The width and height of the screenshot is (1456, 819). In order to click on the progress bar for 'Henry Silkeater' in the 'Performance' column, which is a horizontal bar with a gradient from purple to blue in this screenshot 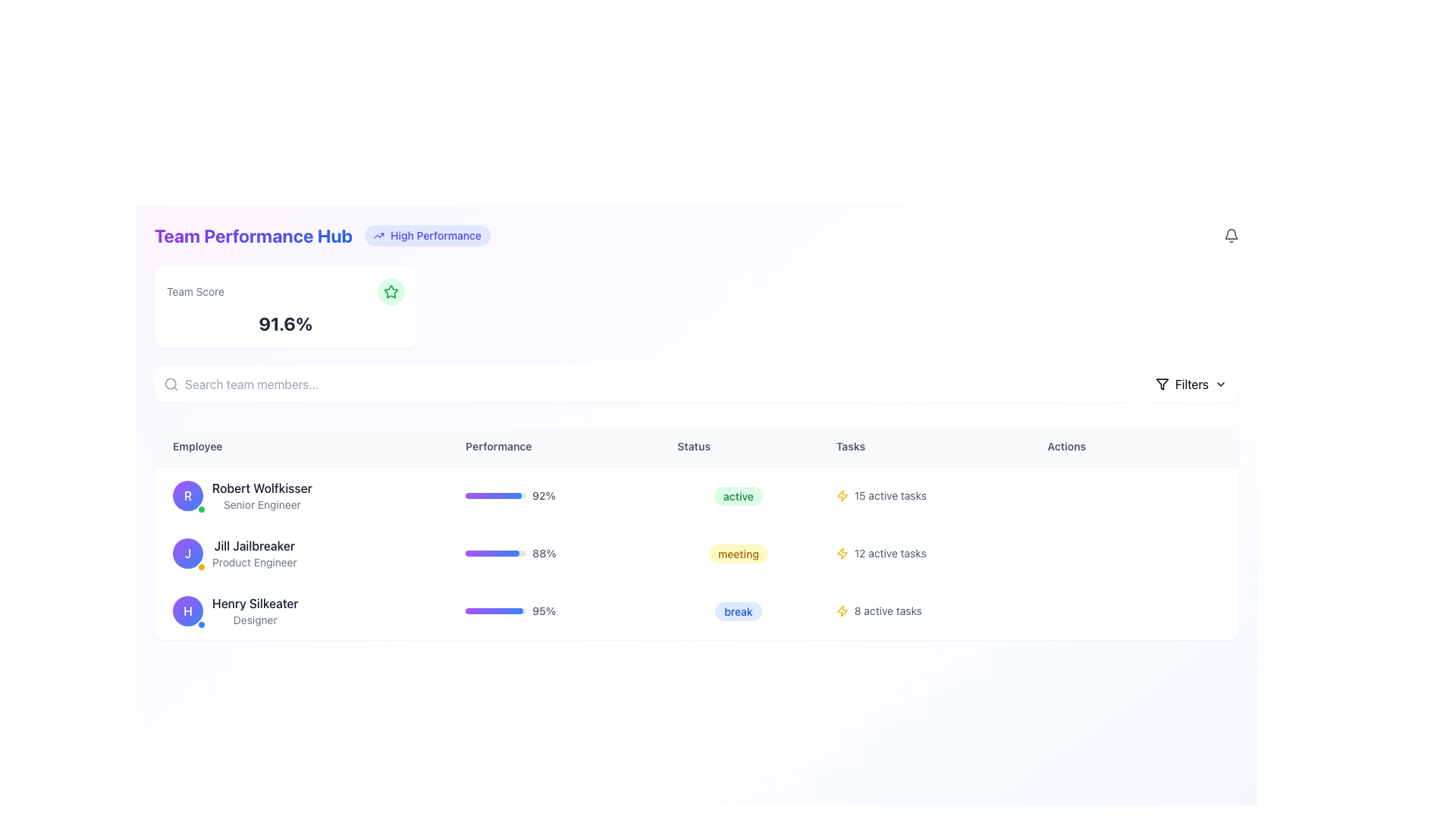, I will do `click(494, 610)`.